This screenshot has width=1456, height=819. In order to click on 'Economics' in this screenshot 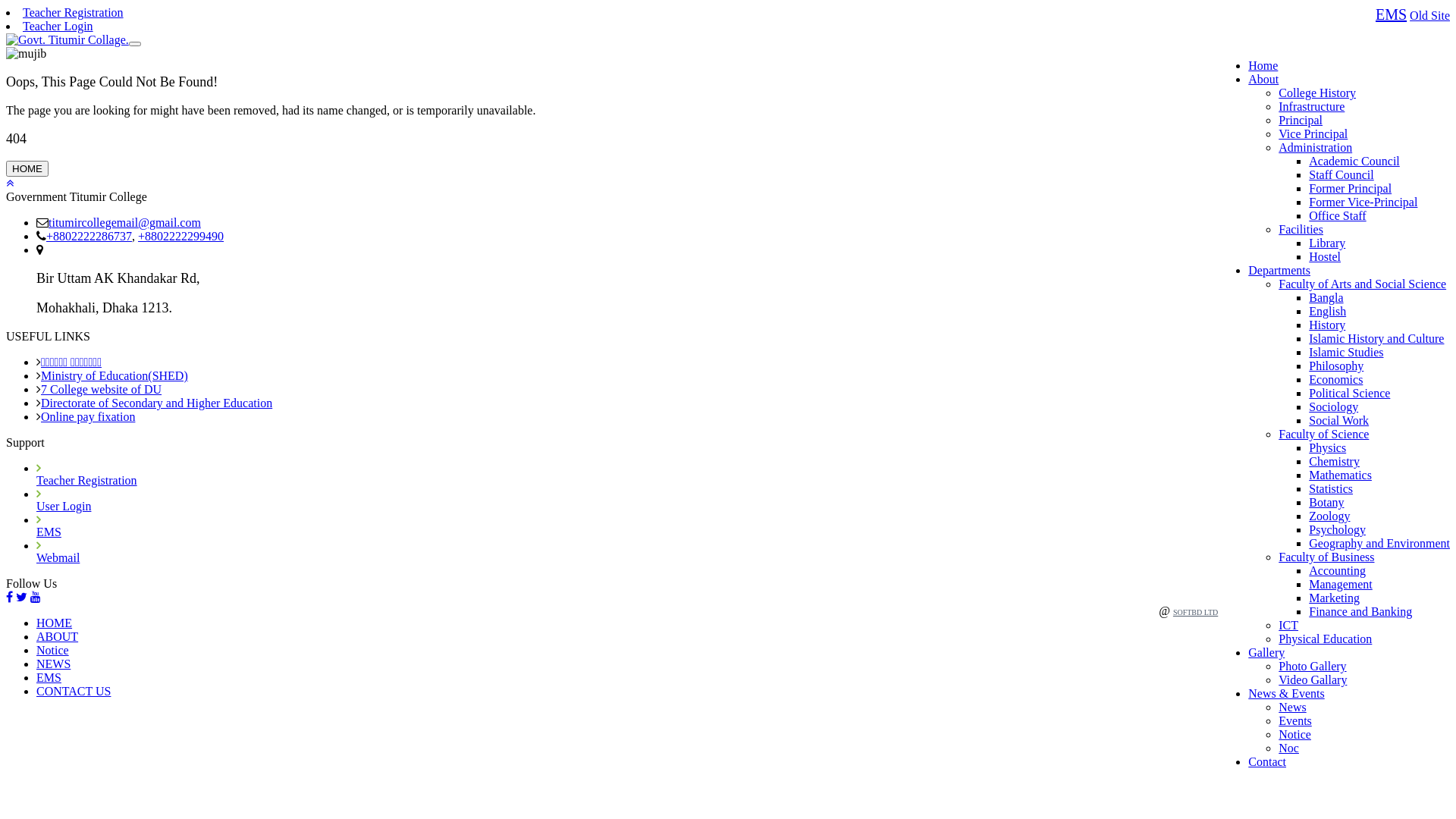, I will do `click(1335, 378)`.